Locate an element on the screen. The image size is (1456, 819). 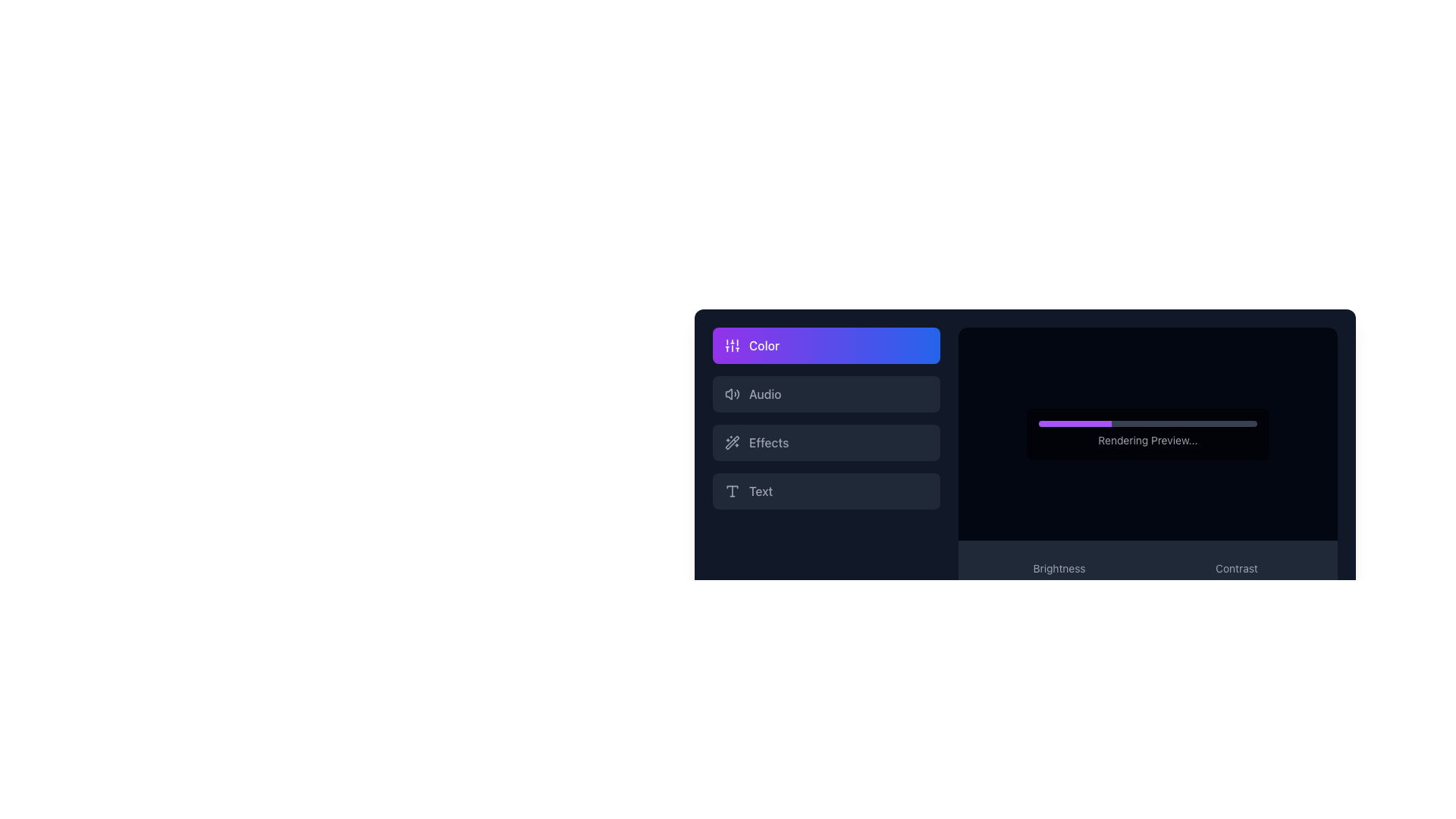
the fourth button in the vertical stack of buttons in the left-hand menu is located at coordinates (825, 491).